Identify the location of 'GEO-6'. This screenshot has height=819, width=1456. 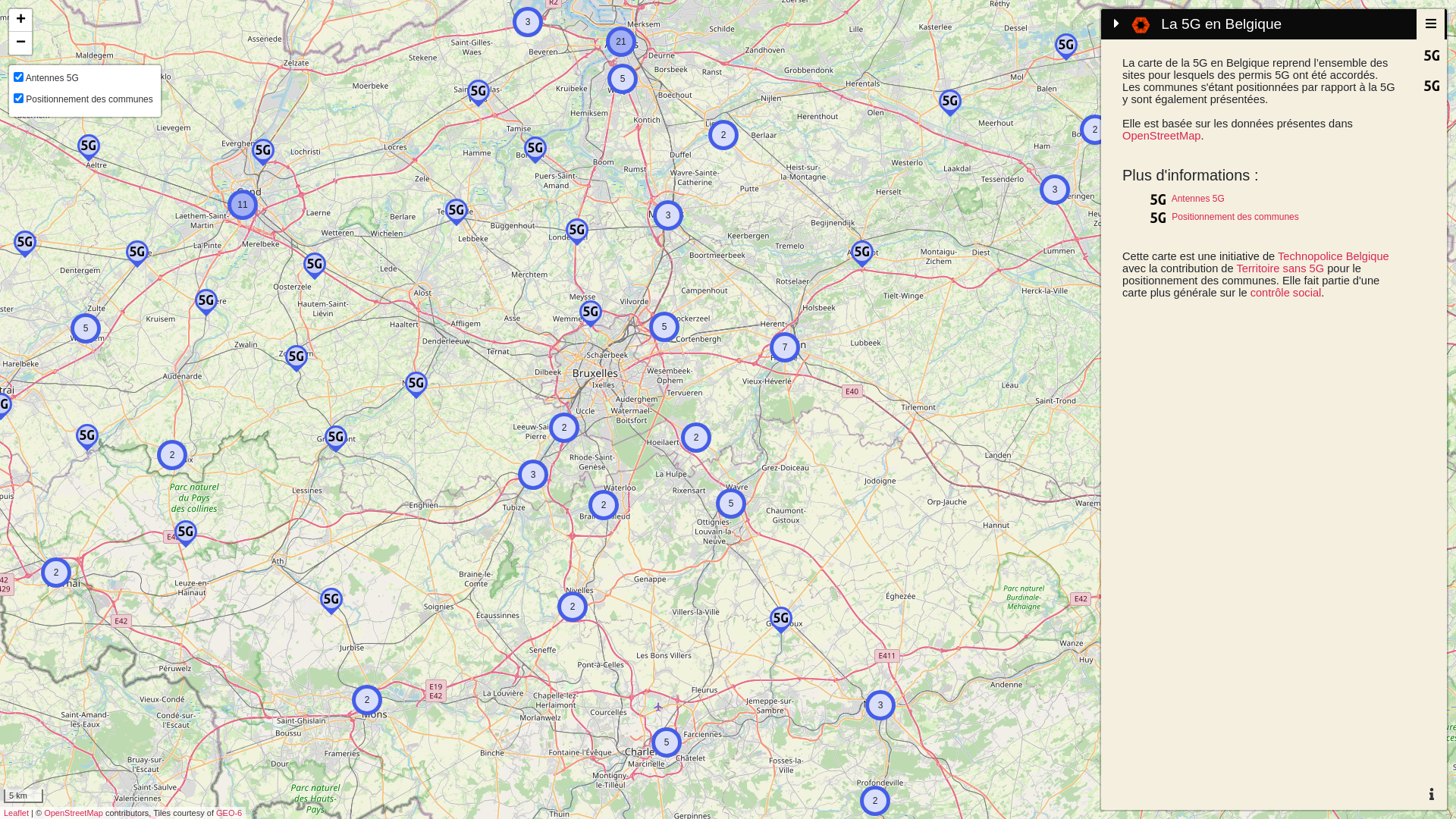
(215, 812).